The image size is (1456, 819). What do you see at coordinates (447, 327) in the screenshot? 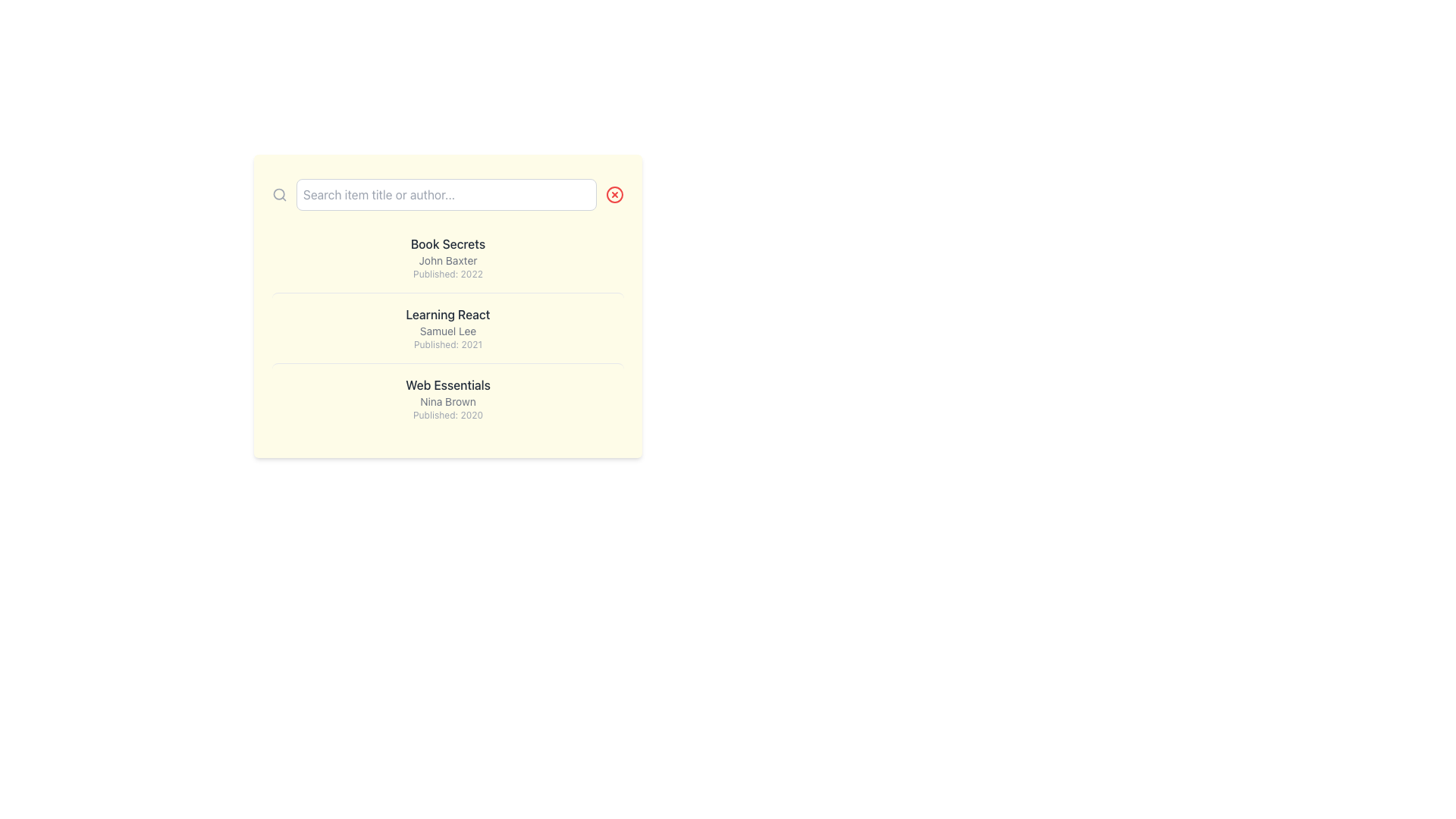
I see `the second list item representing a book, which includes its title, author, and publication date` at bounding box center [447, 327].